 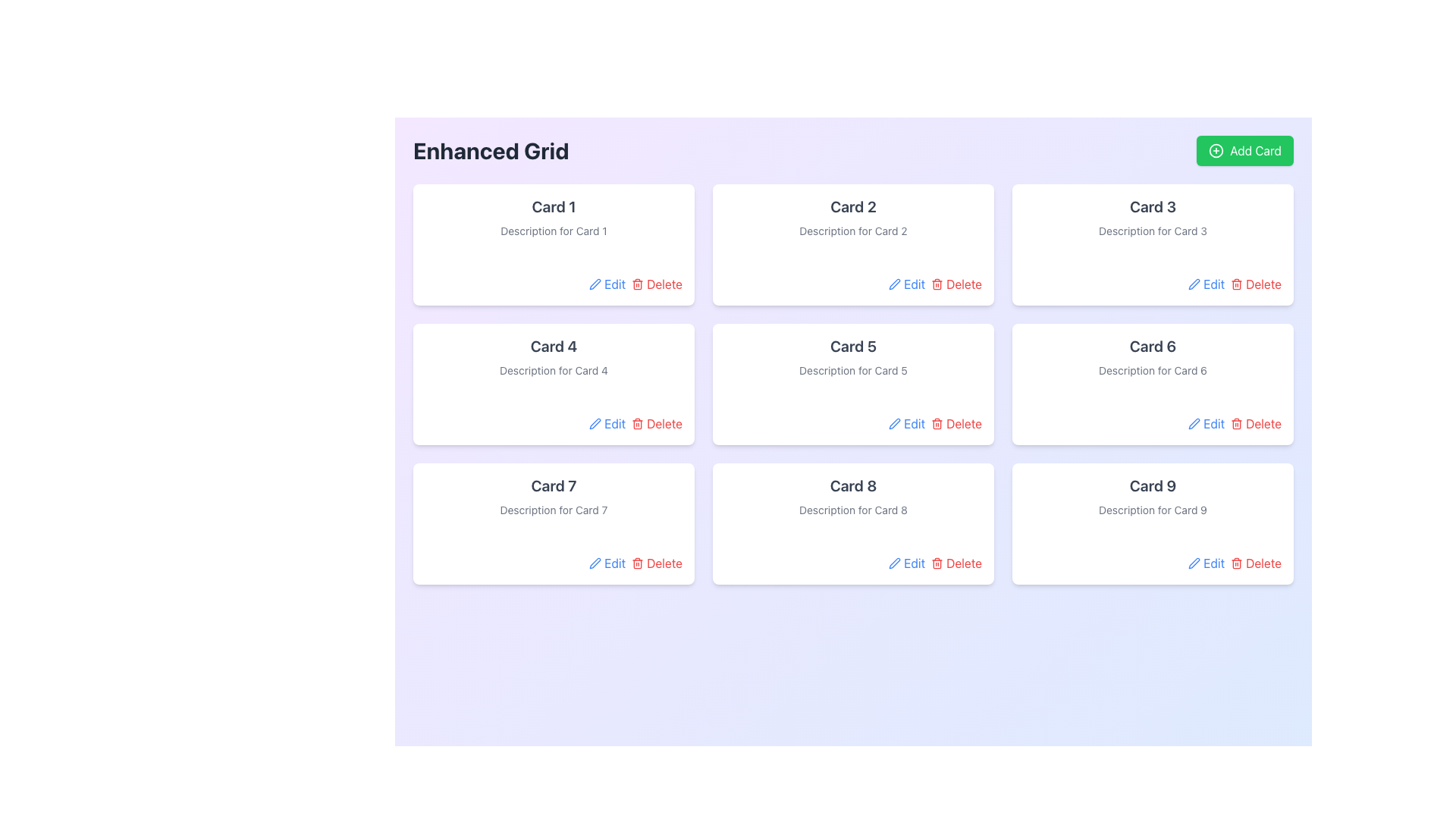 I want to click on the 'Delete' button located at the bottom-right corner of Card 1, so click(x=657, y=284).